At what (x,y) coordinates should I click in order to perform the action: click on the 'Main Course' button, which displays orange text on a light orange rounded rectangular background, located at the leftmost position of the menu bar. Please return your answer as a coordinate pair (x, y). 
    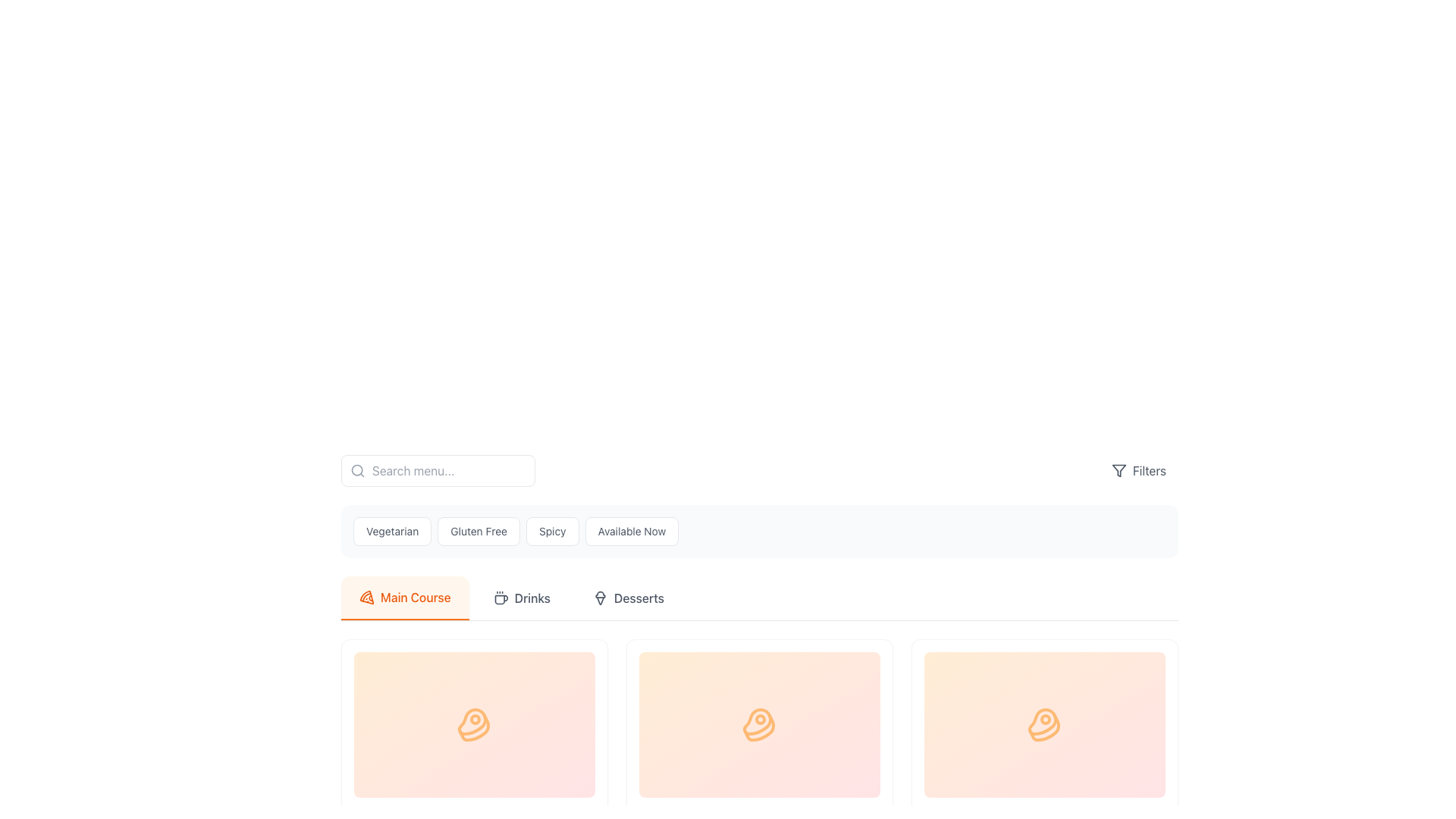
    Looking at the image, I should click on (405, 598).